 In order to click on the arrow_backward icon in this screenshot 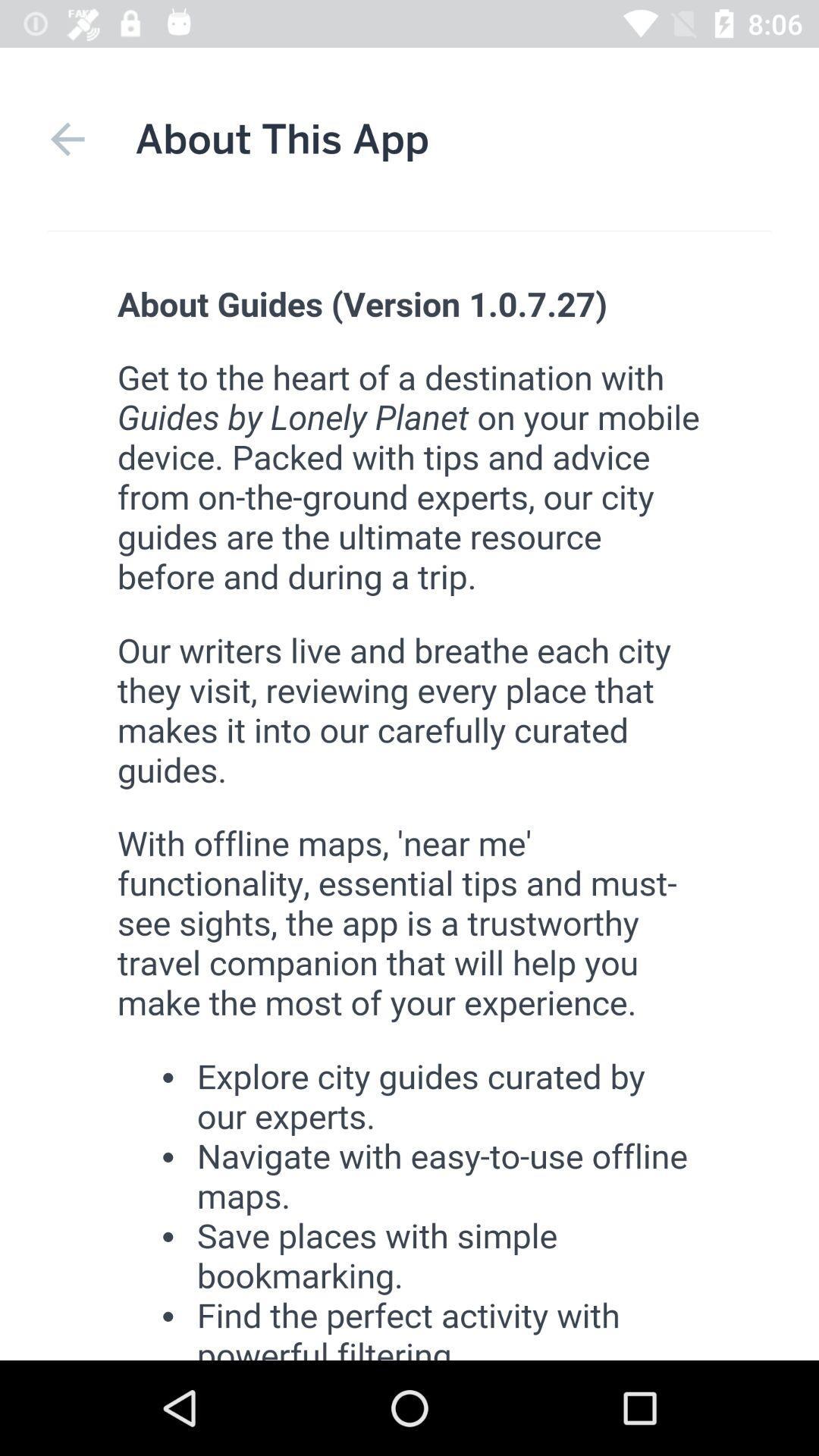, I will do `click(67, 139)`.